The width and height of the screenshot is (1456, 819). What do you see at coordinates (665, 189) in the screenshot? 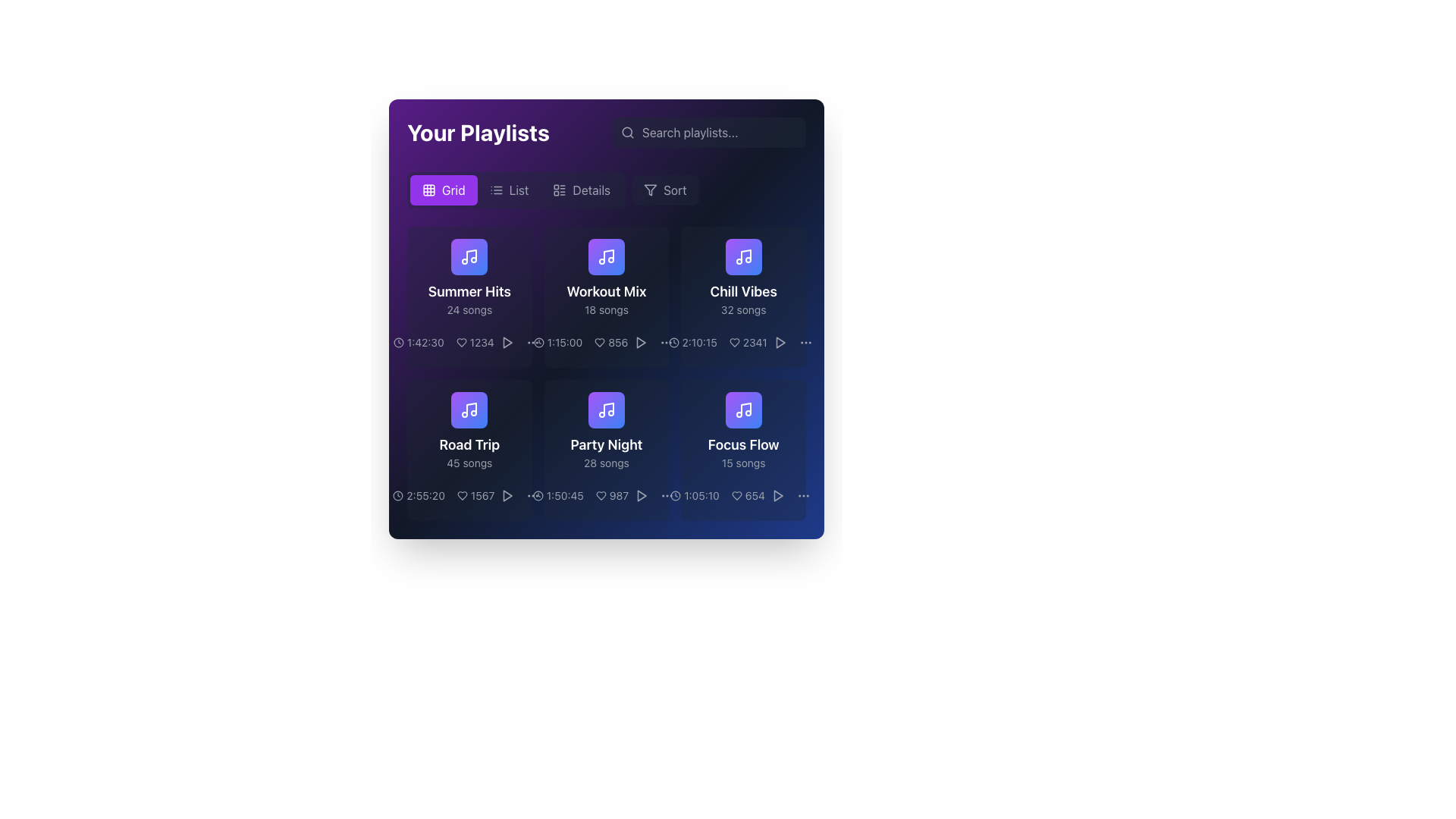
I see `the 'Sort' button located in the top-right area of the playlist interface, which features a dark background, rounded corners, and a filter icon to the left of the light gray text` at bounding box center [665, 189].